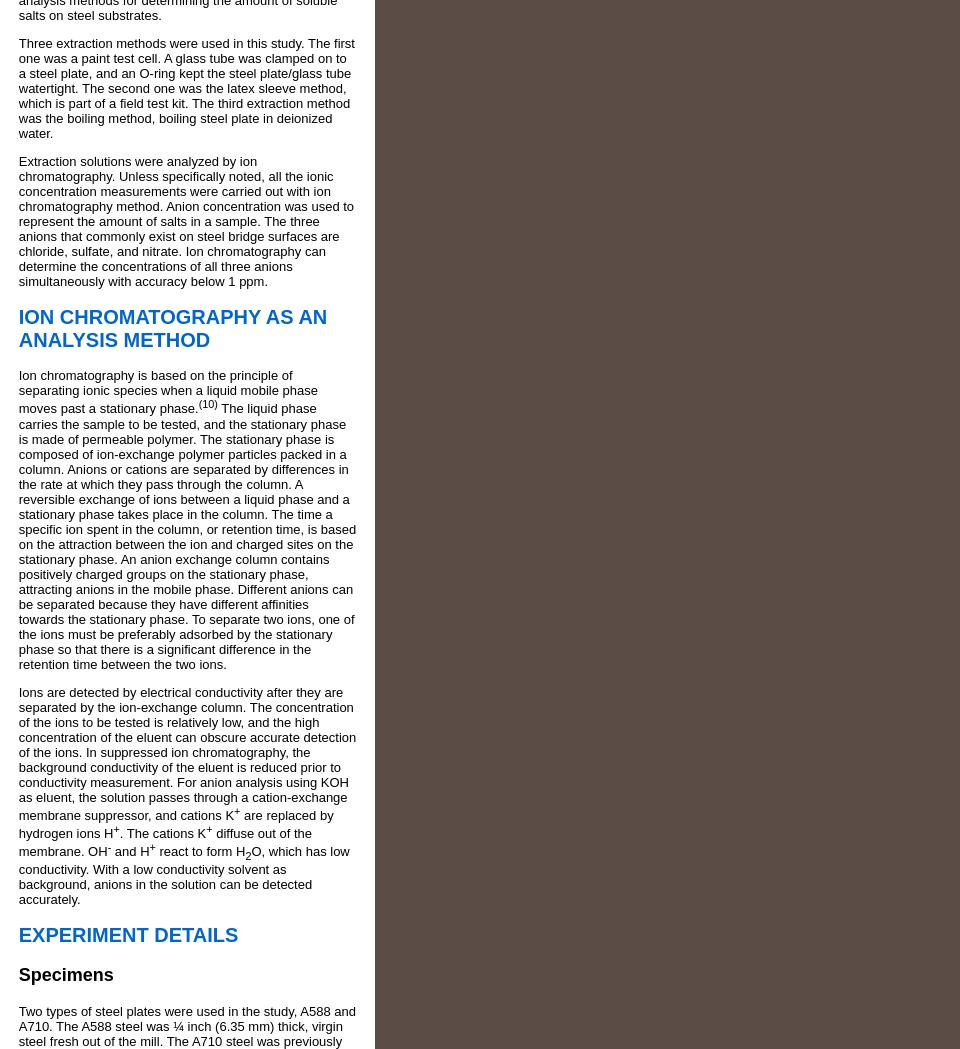 The height and width of the screenshot is (1049, 960). I want to click on '. The cations K', so click(119, 832).